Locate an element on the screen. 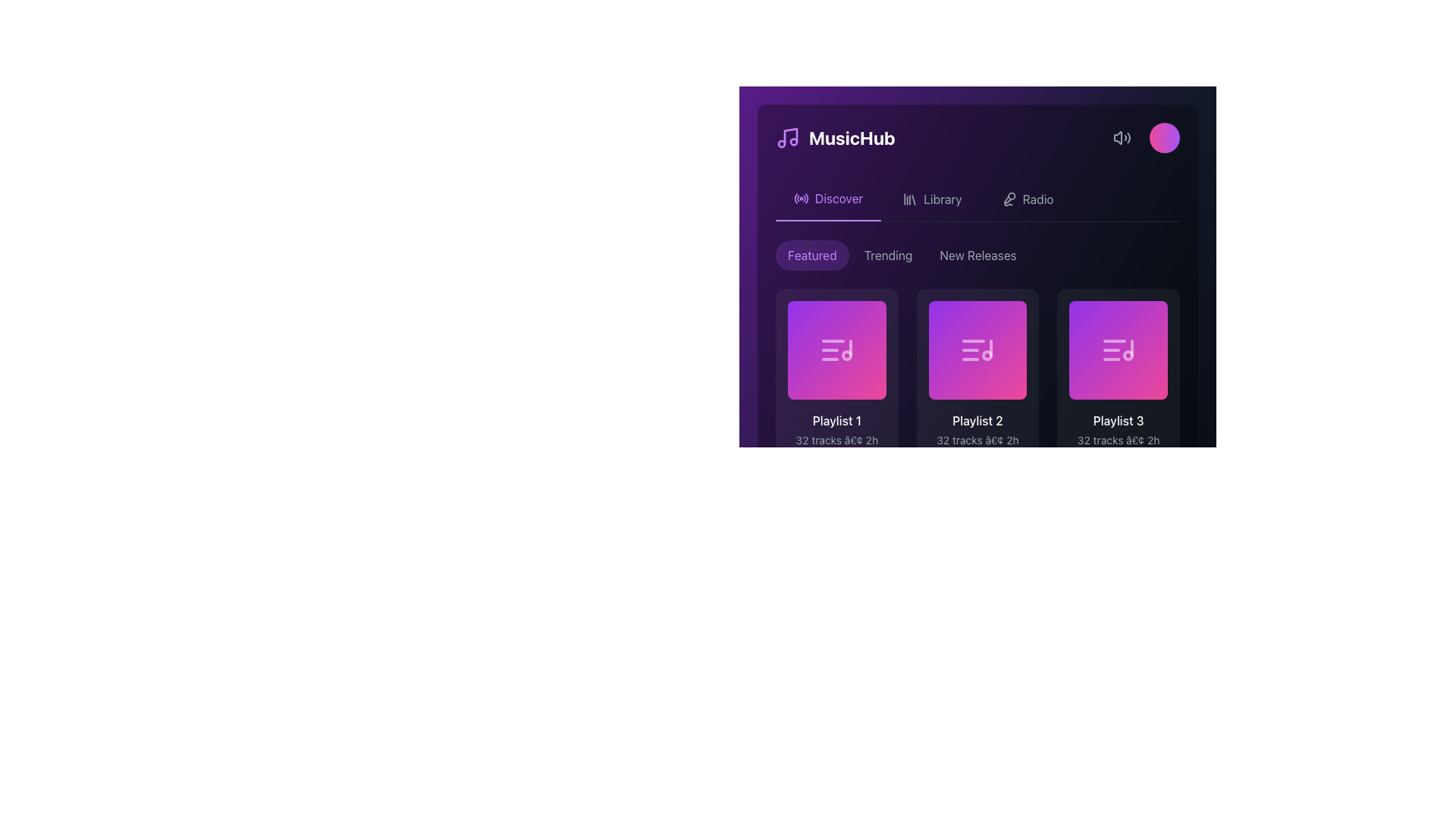 Image resolution: width=1456 pixels, height=819 pixels. the circular graphic element with a gradient background transitioning from pink to purple, located at the far-right end of the horizontal arrangement group, adjacent to a volume or audio feature icon is located at coordinates (1164, 137).